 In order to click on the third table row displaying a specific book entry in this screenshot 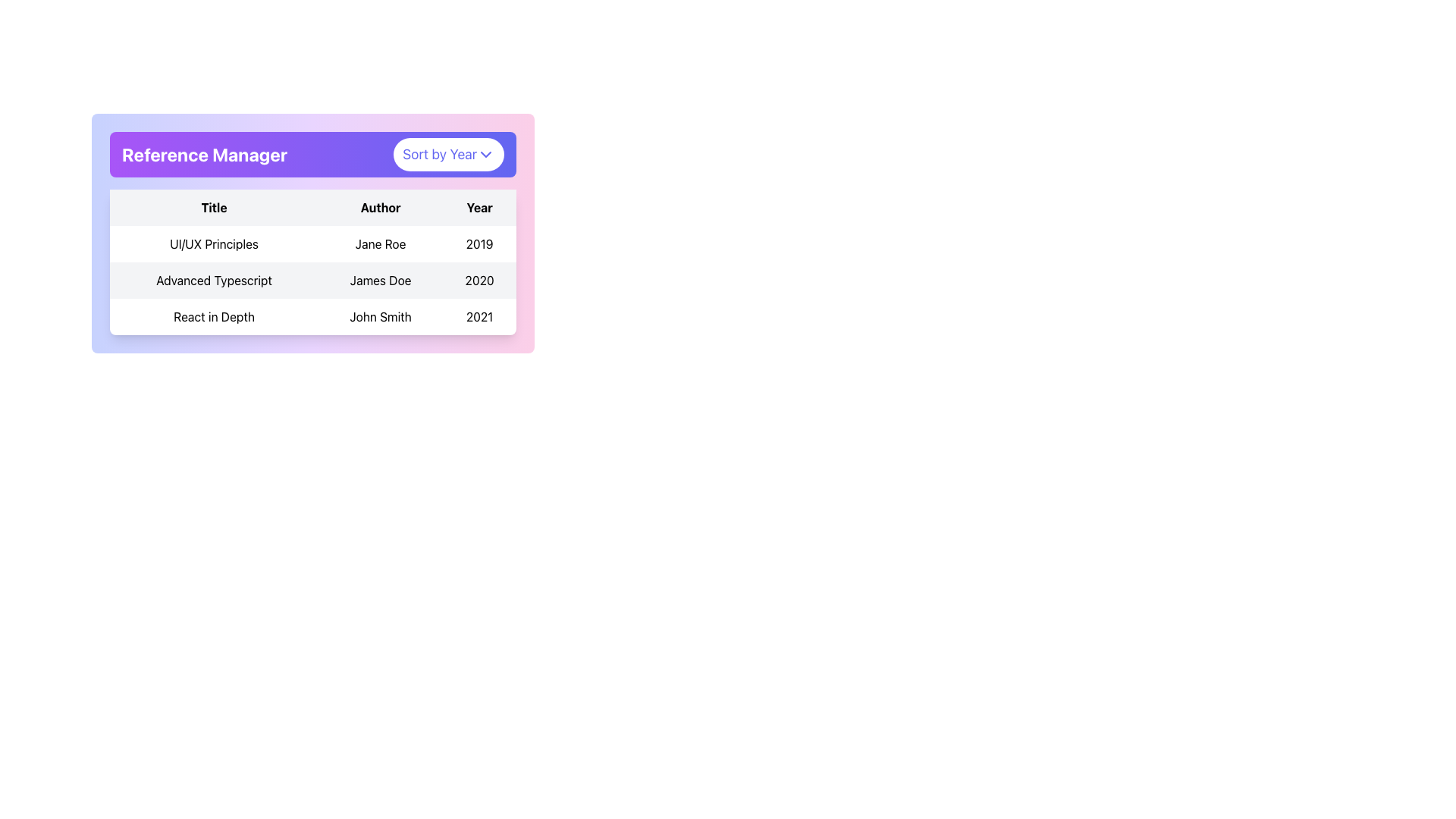, I will do `click(312, 315)`.